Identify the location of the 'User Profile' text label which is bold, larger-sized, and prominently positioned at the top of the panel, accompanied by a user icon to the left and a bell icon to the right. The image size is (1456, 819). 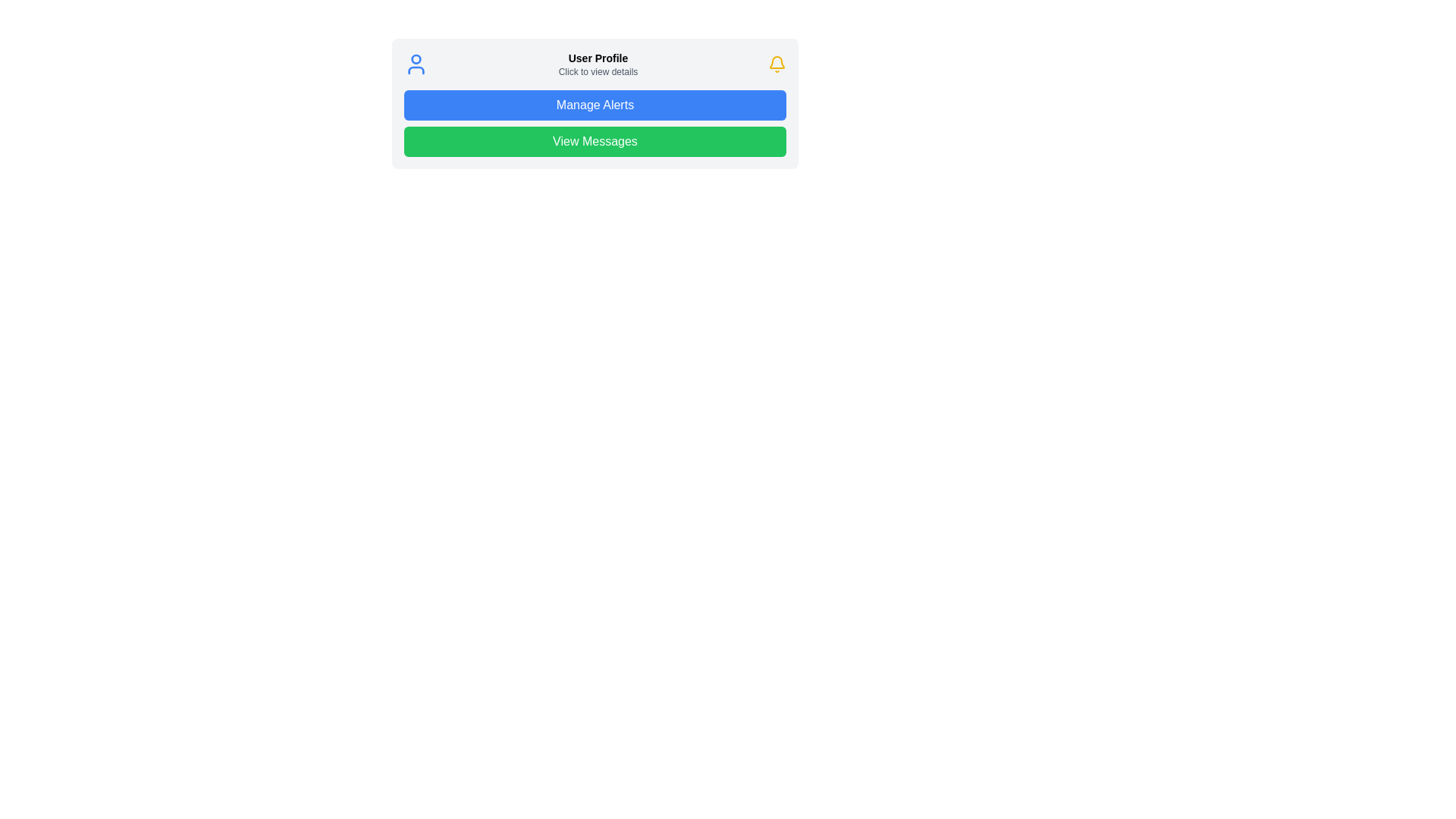
(597, 58).